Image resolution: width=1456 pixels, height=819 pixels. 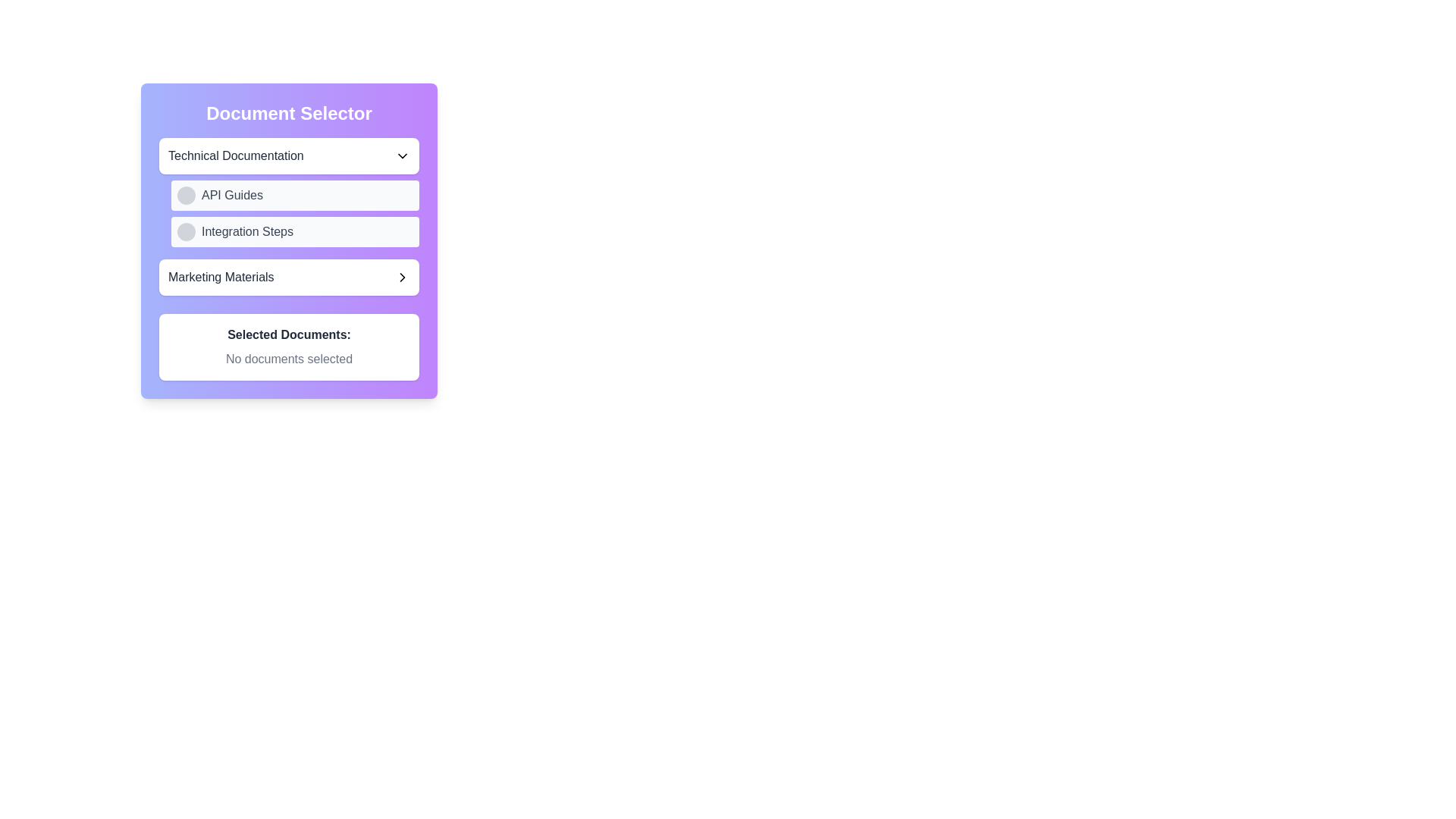 What do you see at coordinates (289, 155) in the screenshot?
I see `the Dropdown menu trigger button labeled 'Technical Documentation'` at bounding box center [289, 155].